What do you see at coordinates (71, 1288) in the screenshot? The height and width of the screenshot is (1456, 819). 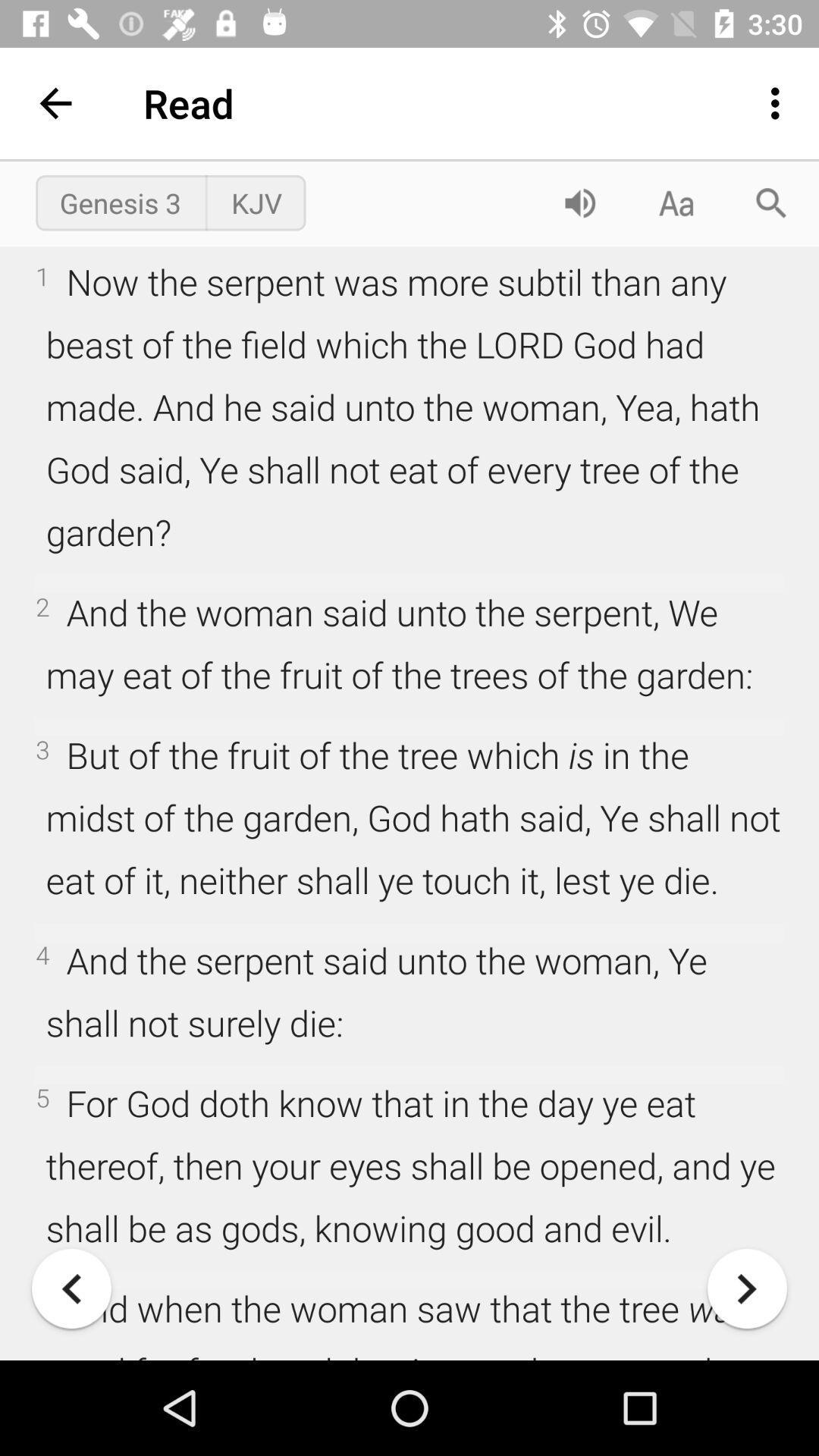 I see `item below the 4 and the item` at bounding box center [71, 1288].